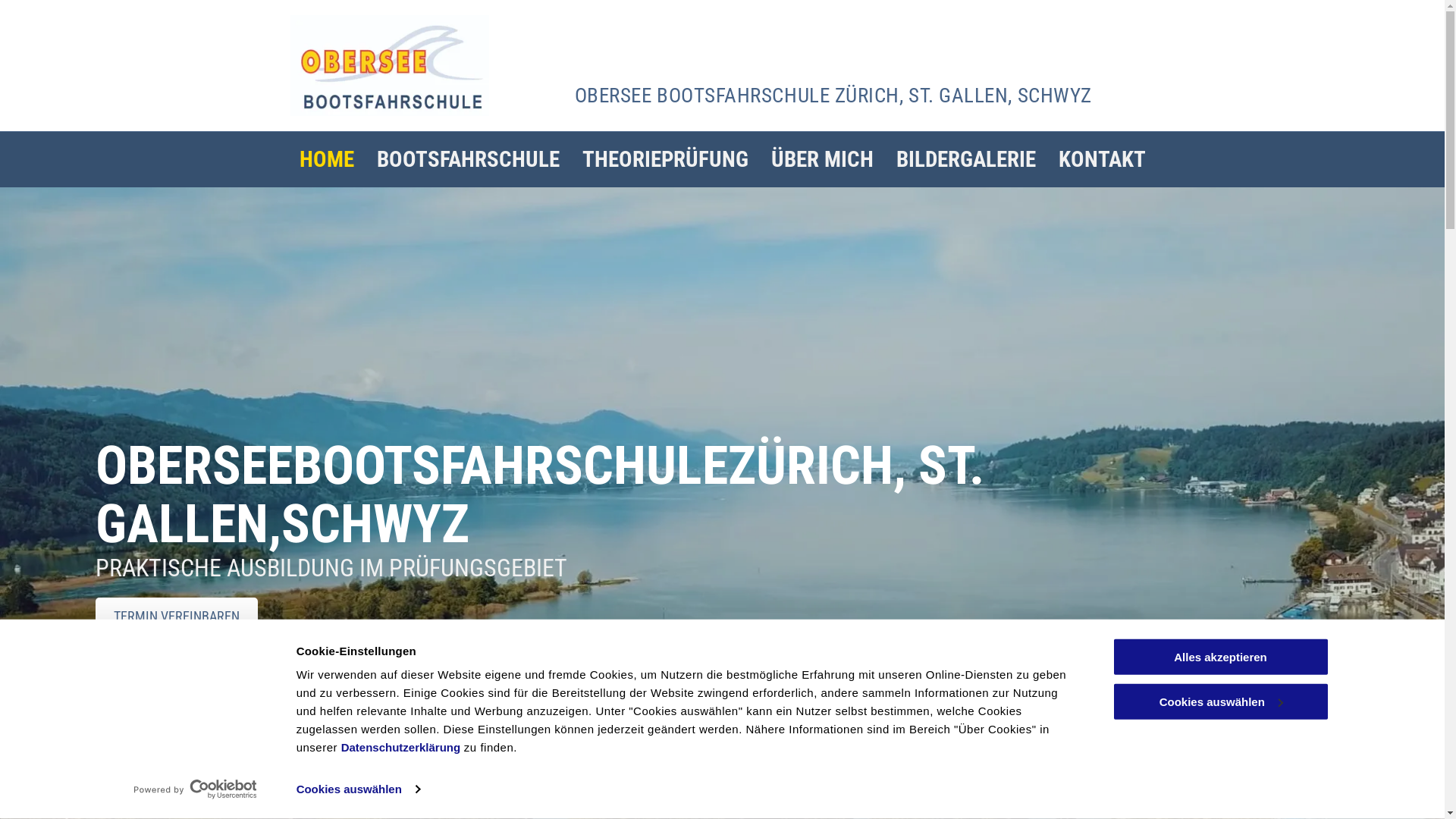  Describe the element at coordinates (964, 159) in the screenshot. I see `'BILDERGALERIE'` at that location.